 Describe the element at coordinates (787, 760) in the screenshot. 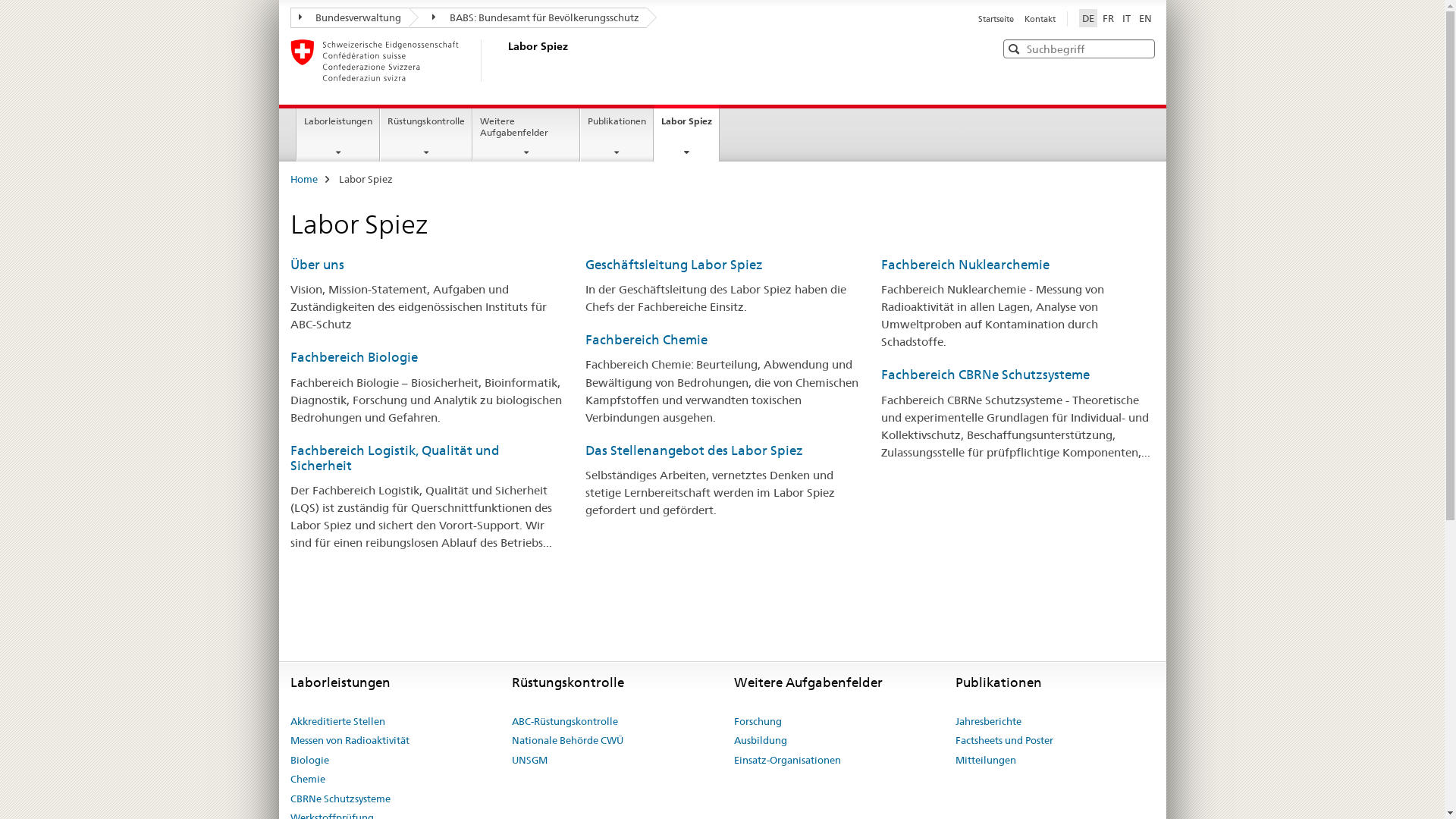

I see `'Einsatz-Organisationen'` at that location.